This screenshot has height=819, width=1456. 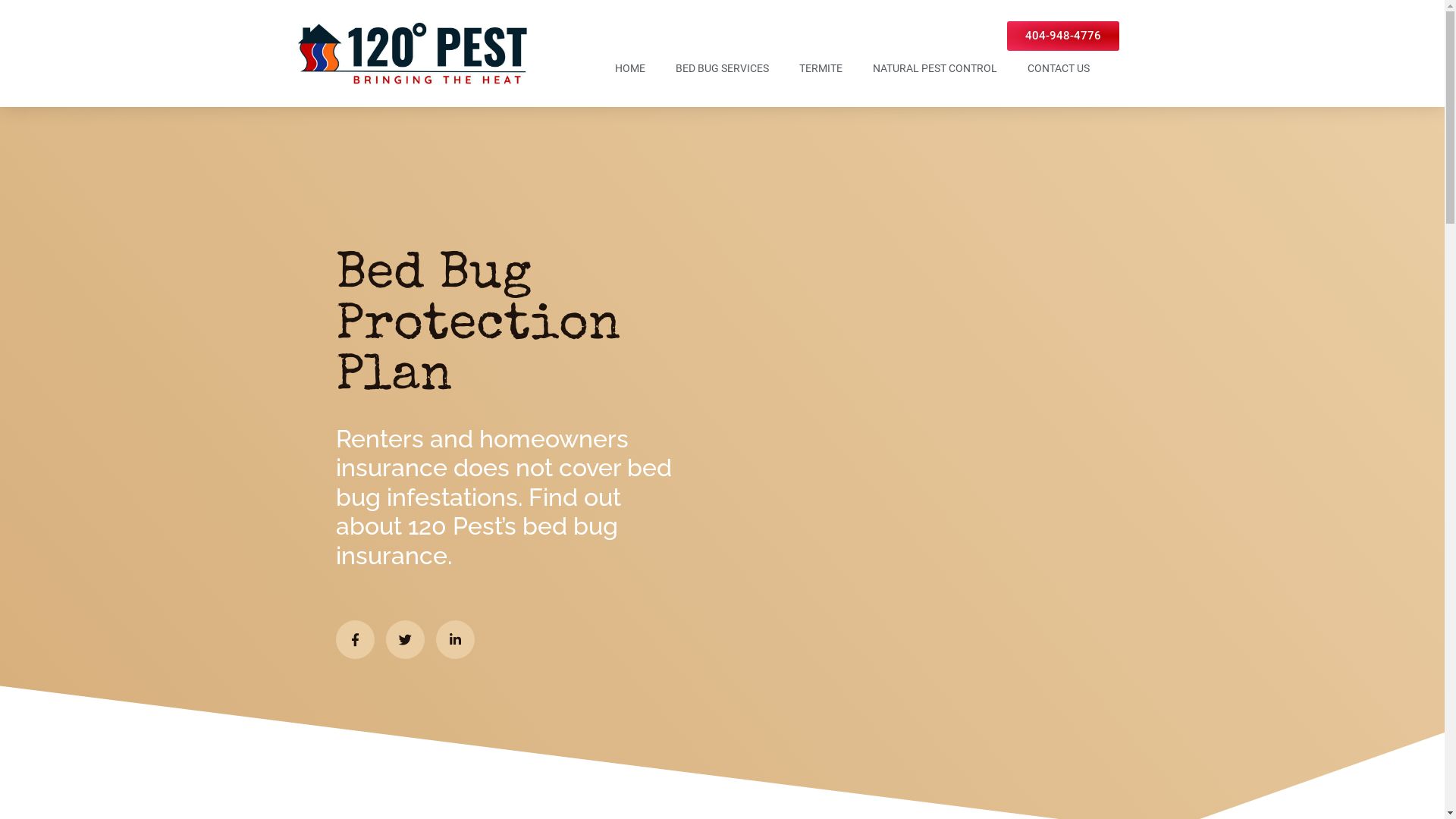 What do you see at coordinates (934, 67) in the screenshot?
I see `'NATURAL PEST CONTROL'` at bounding box center [934, 67].